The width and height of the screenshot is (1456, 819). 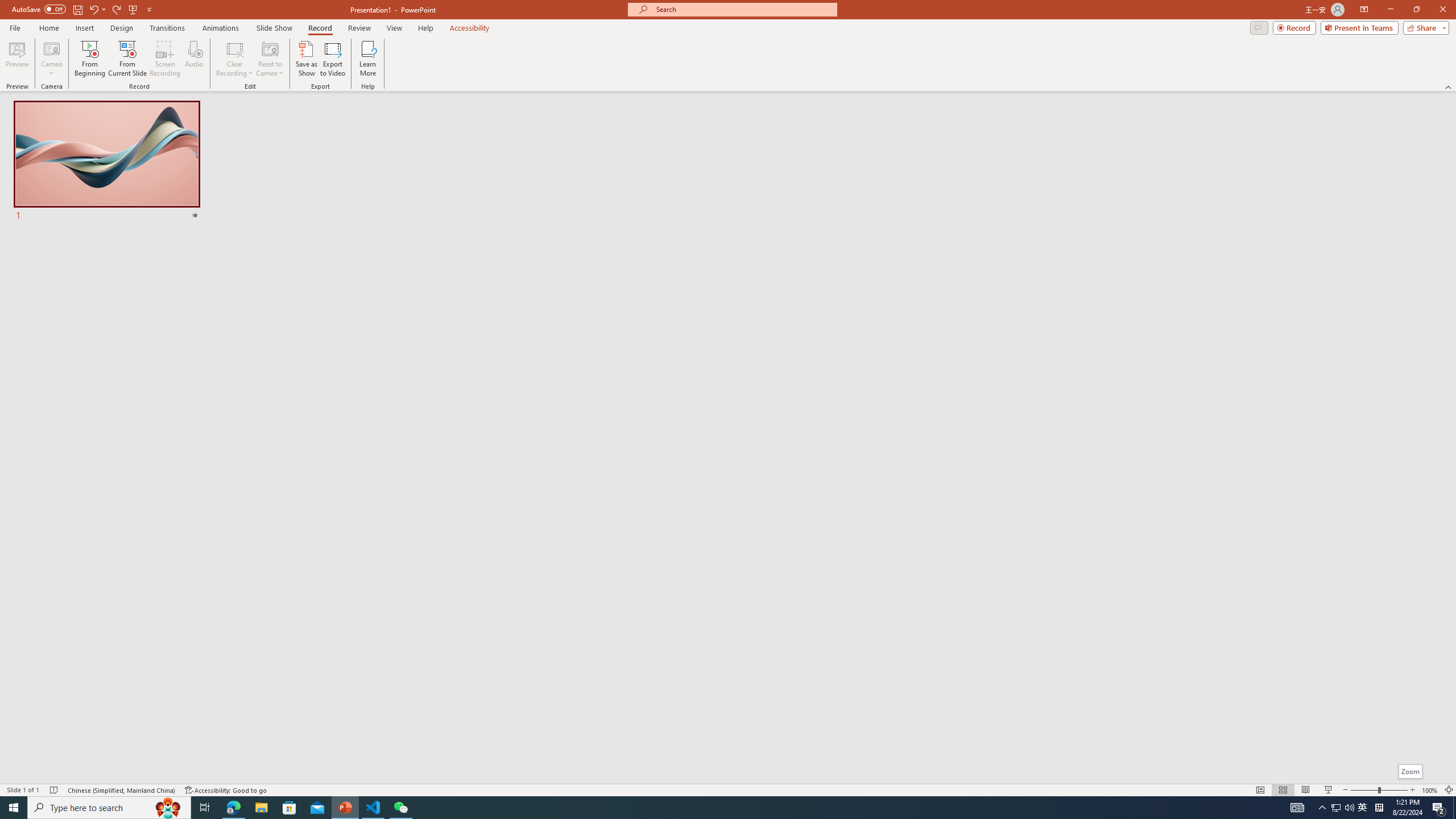 What do you see at coordinates (16, 59) in the screenshot?
I see `'Preview'` at bounding box center [16, 59].